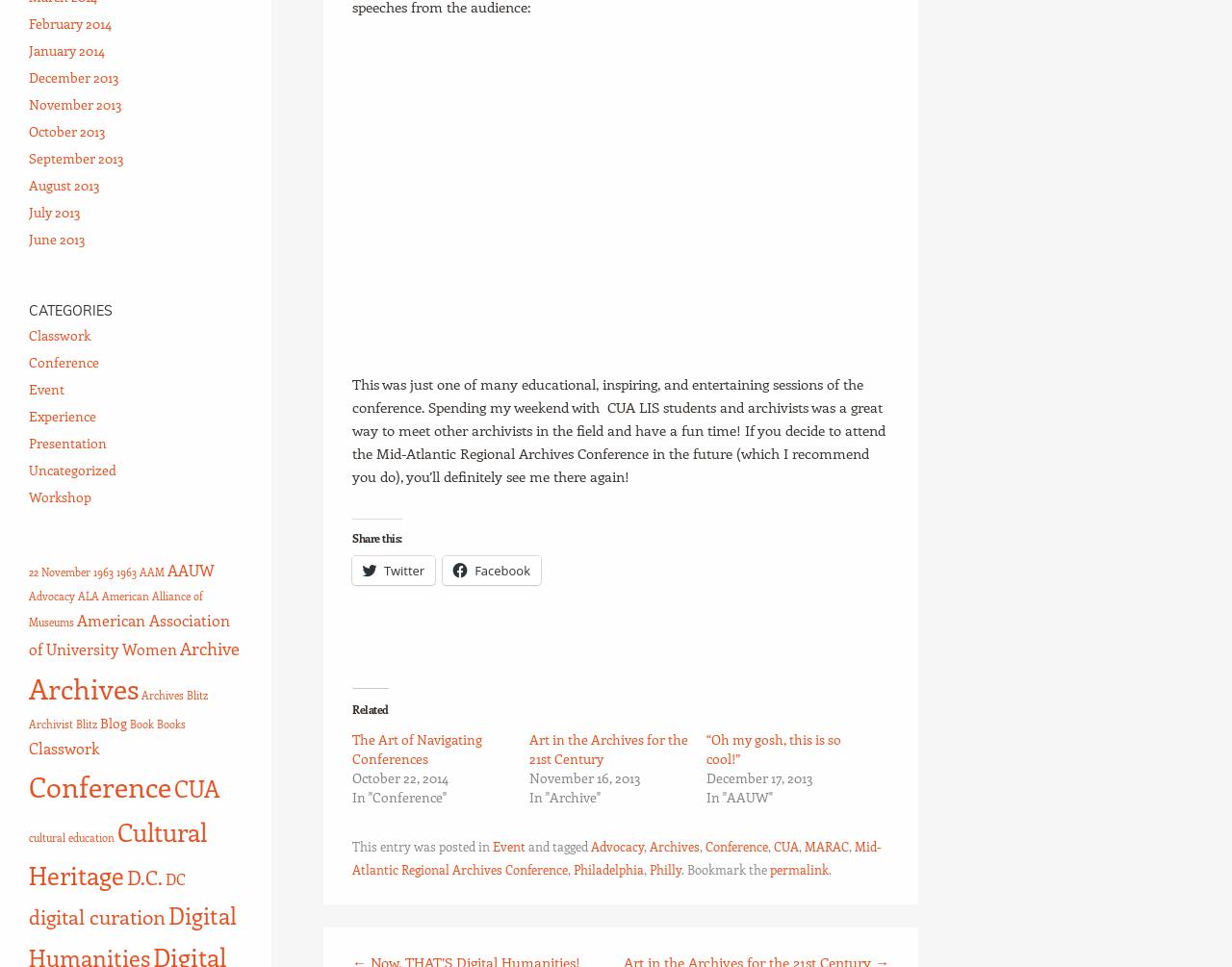 This screenshot has height=967, width=1232. I want to click on 'Categories', so click(70, 310).